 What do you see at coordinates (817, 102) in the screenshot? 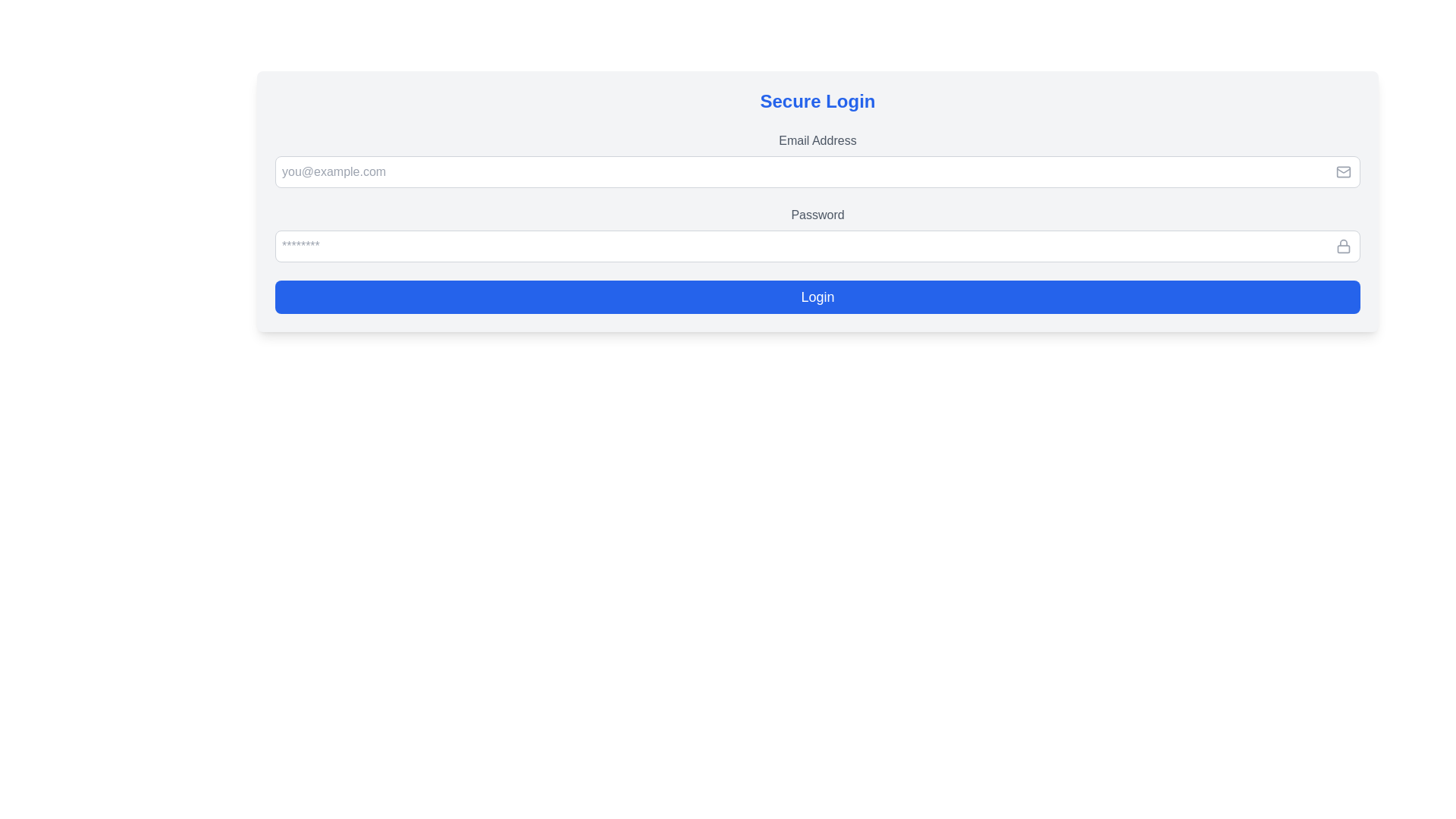
I see `the header text label indicating the purpose of the secure login form, which is centrally located above the input fields and login button` at bounding box center [817, 102].